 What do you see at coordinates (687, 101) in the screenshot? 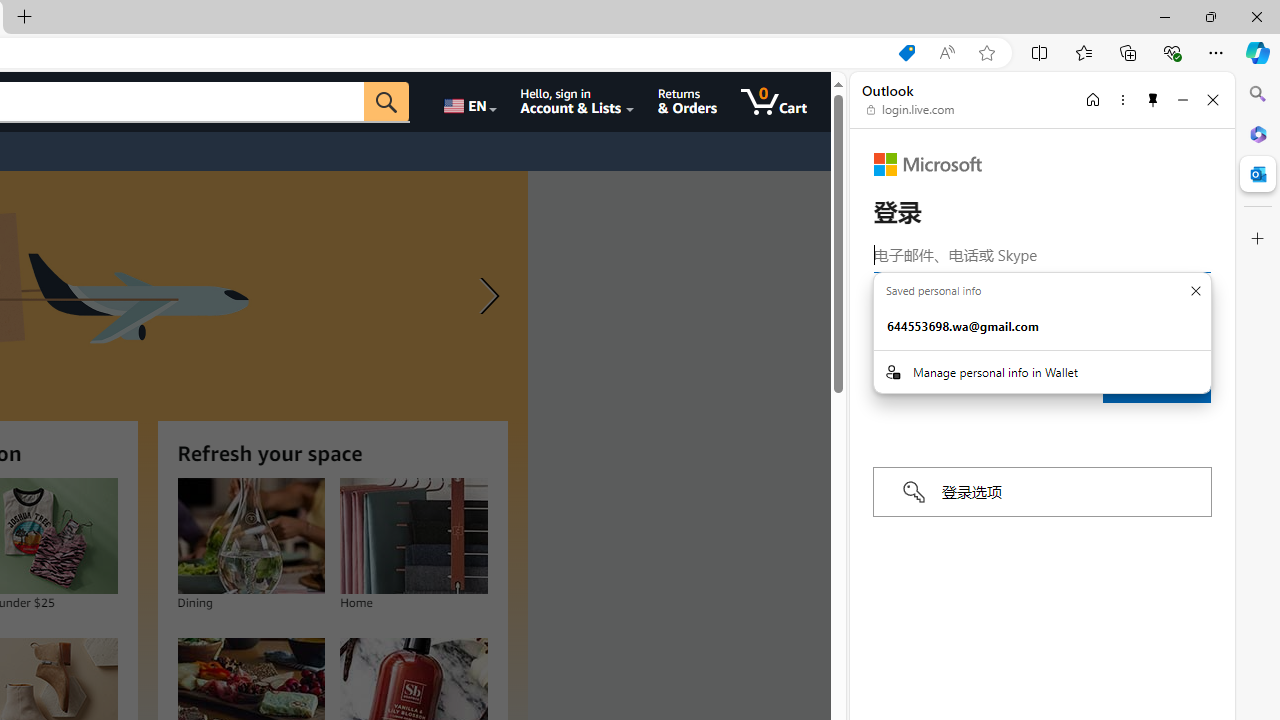
I see `'Returns & Orders'` at bounding box center [687, 101].